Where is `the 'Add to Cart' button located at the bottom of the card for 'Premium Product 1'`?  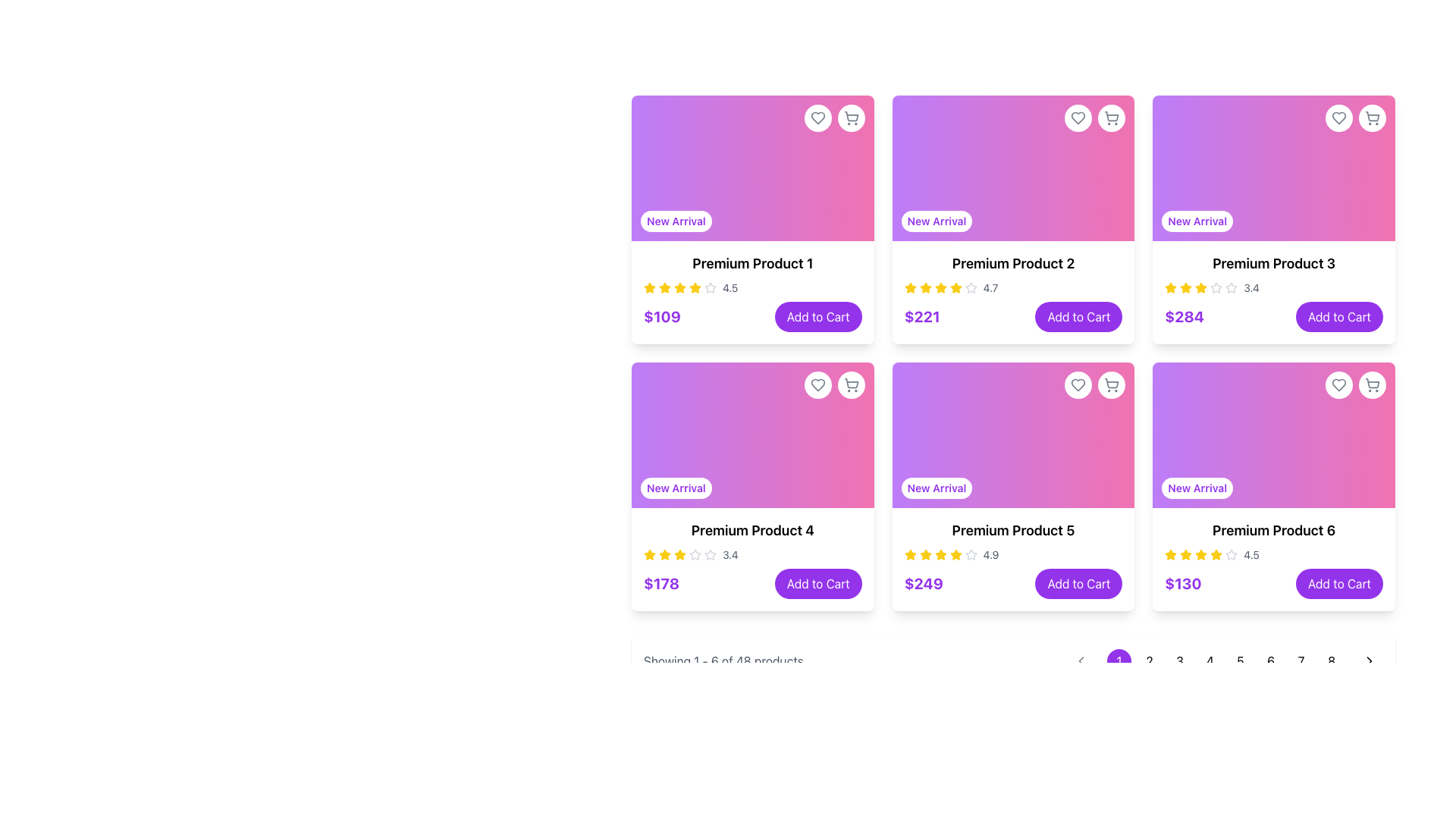
the 'Add to Cart' button located at the bottom of the card for 'Premium Product 1' is located at coordinates (752, 315).